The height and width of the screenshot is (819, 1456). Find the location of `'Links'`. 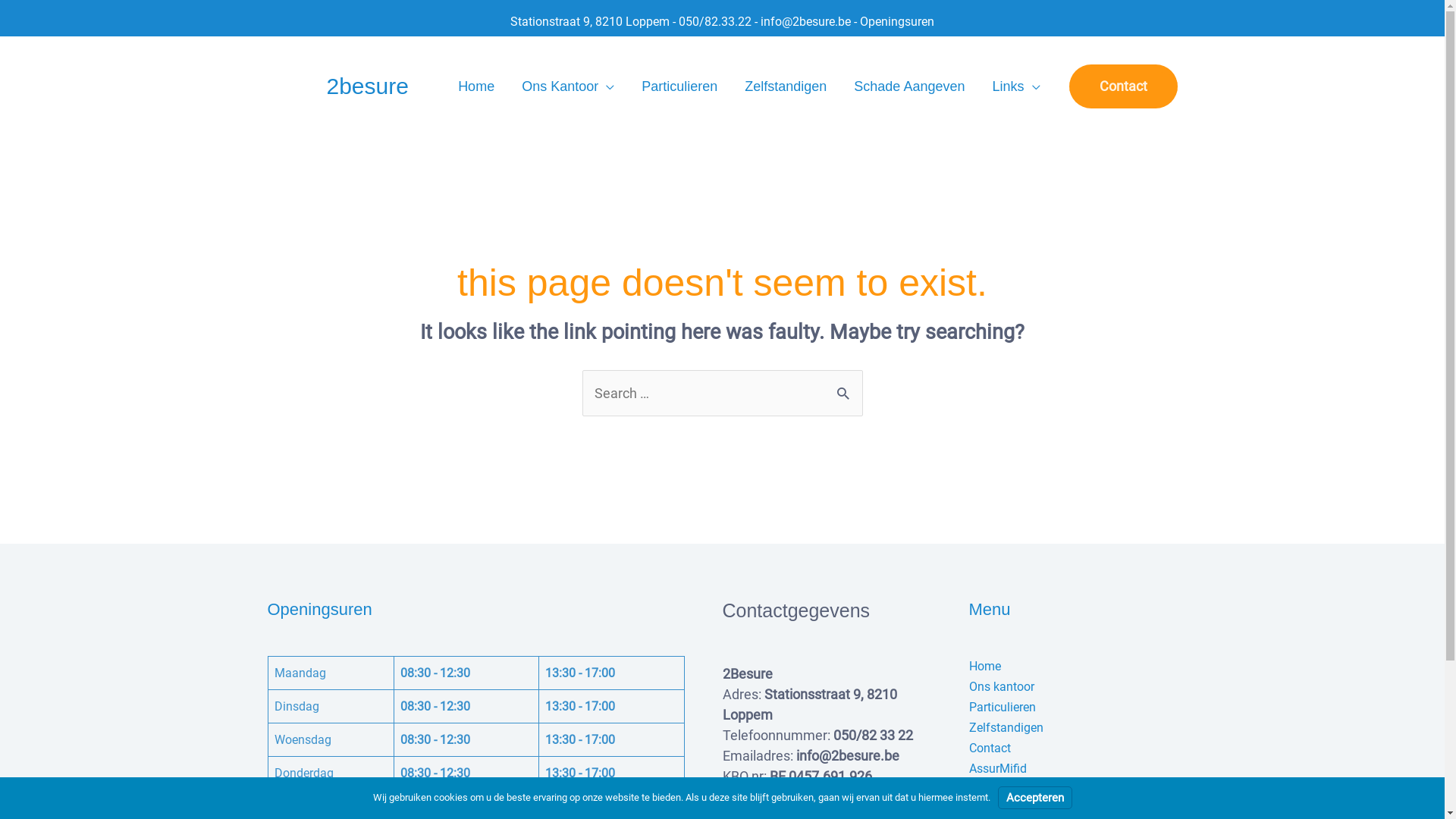

'Links' is located at coordinates (978, 86).